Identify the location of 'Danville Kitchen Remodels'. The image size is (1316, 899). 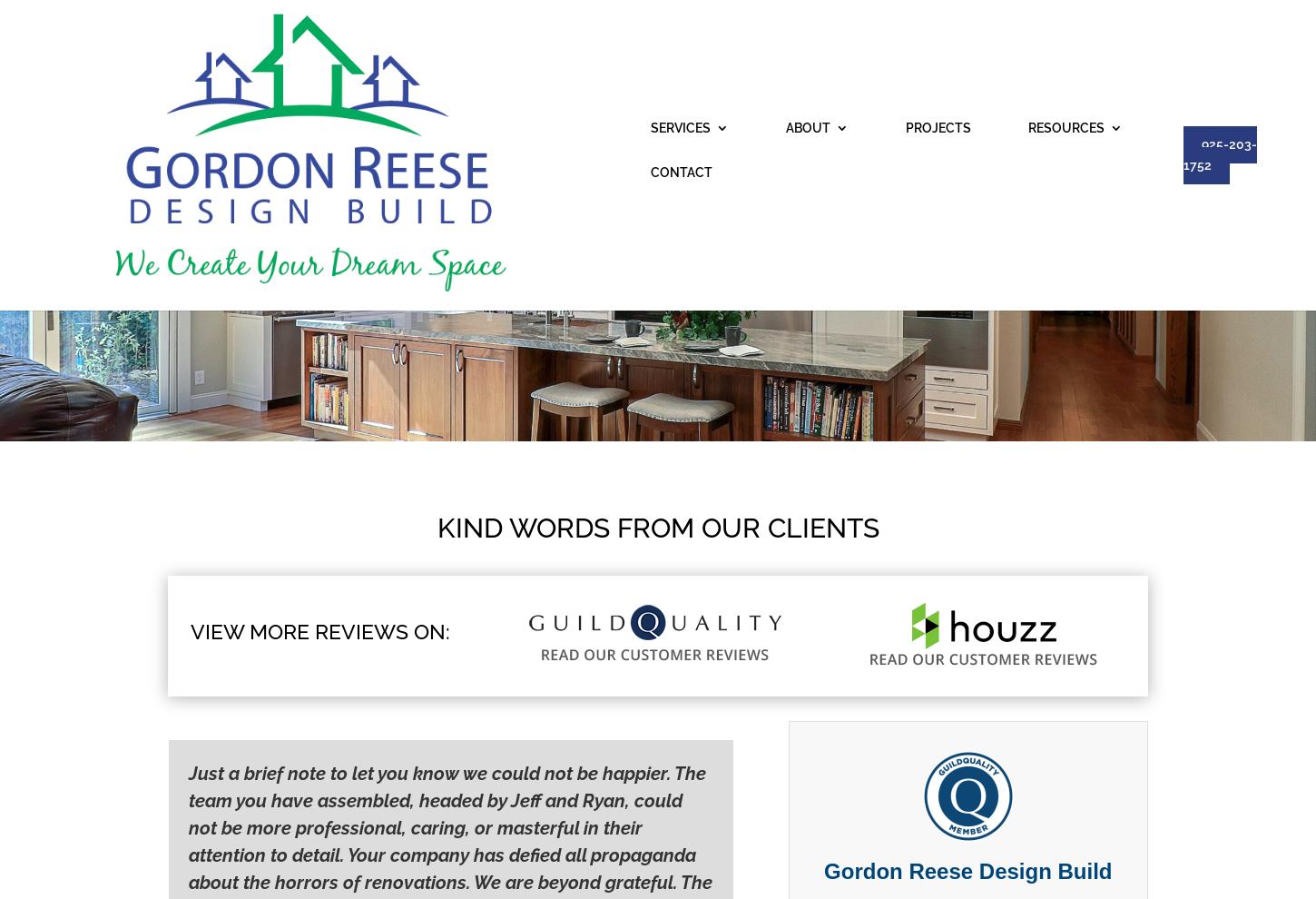
(675, 323).